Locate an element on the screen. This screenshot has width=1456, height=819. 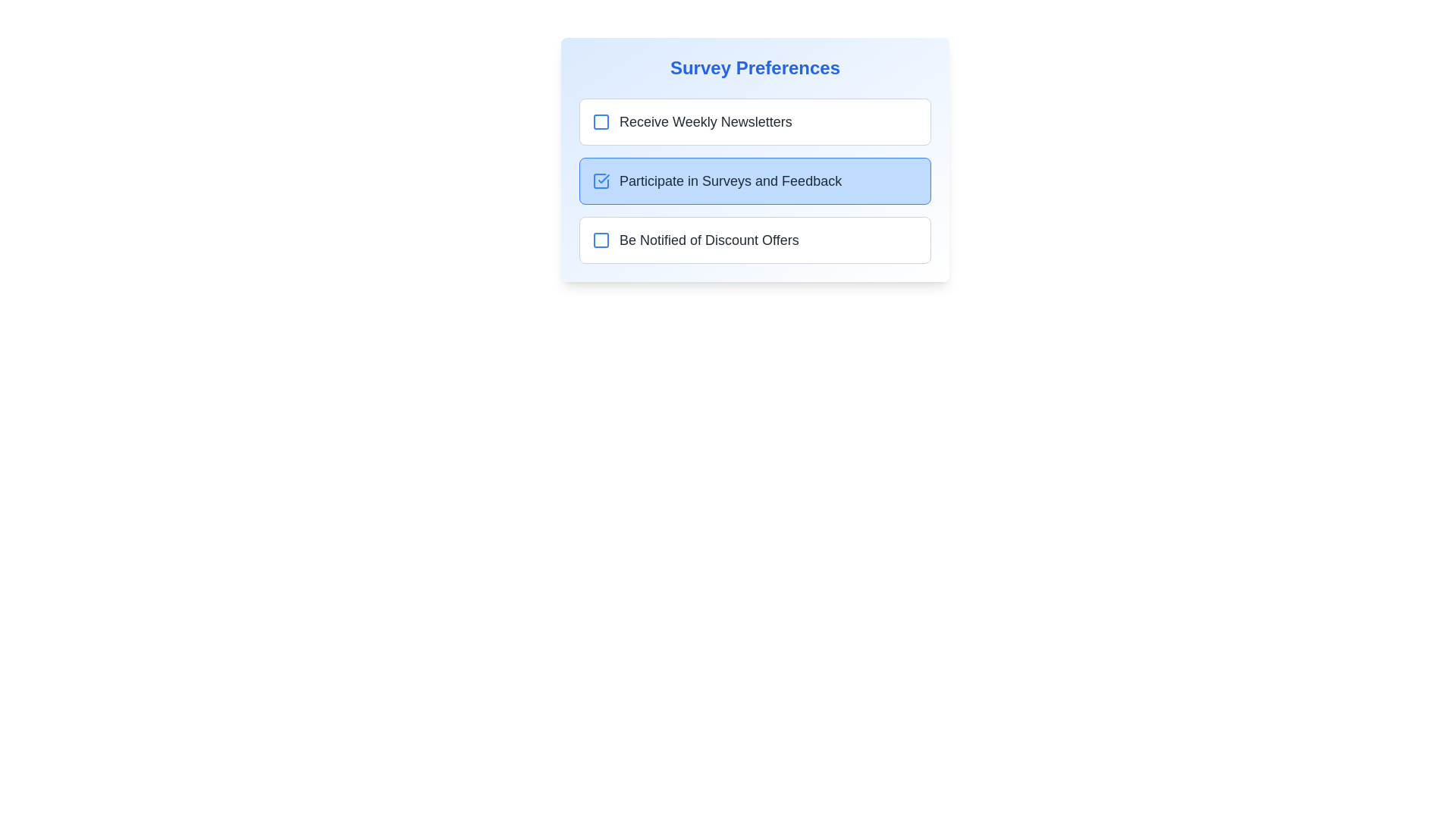
the checkbox labeled 'Subscribe to Weekly Newsletters' is located at coordinates (755, 121).